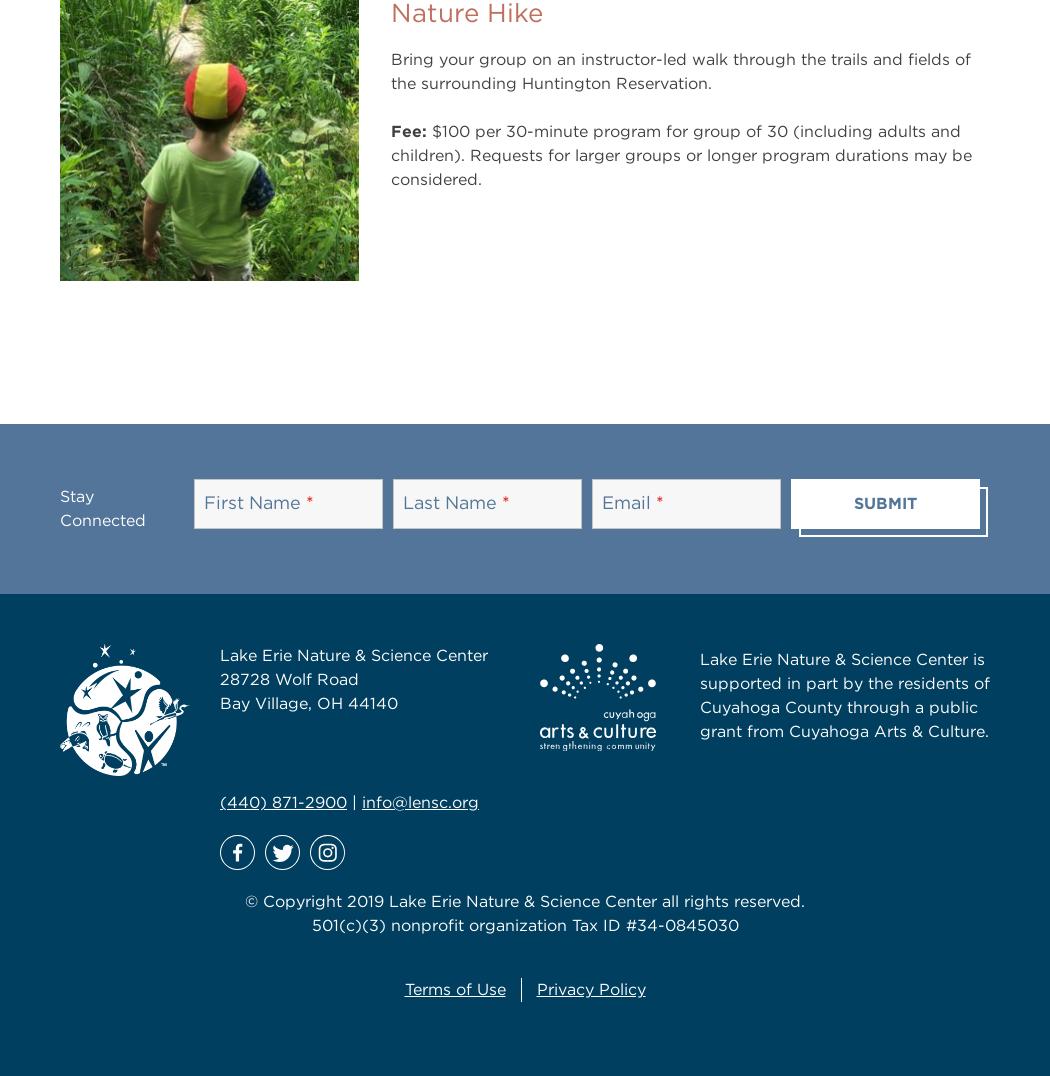 This screenshot has height=1076, width=1050. I want to click on 'Lake Erie Nature & Science Center is supported in part by the residents of Cuyahoga County through a public grant from Cuyahoga Arts & Culture.', so click(843, 695).